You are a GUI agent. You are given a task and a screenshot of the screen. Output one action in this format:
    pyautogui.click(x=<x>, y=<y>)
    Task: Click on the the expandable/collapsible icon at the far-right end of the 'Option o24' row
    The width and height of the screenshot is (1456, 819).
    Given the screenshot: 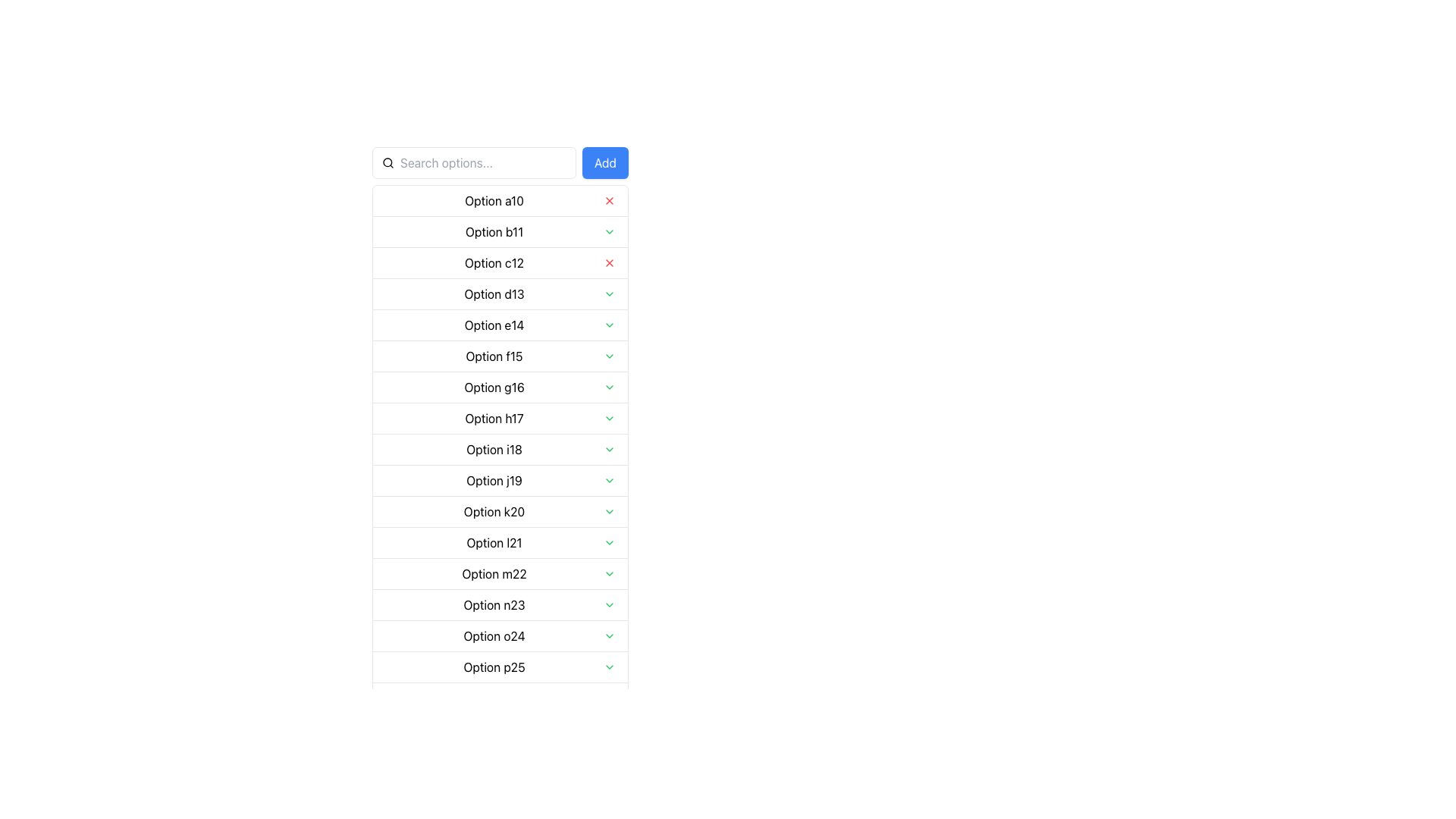 What is the action you would take?
    pyautogui.click(x=610, y=636)
    